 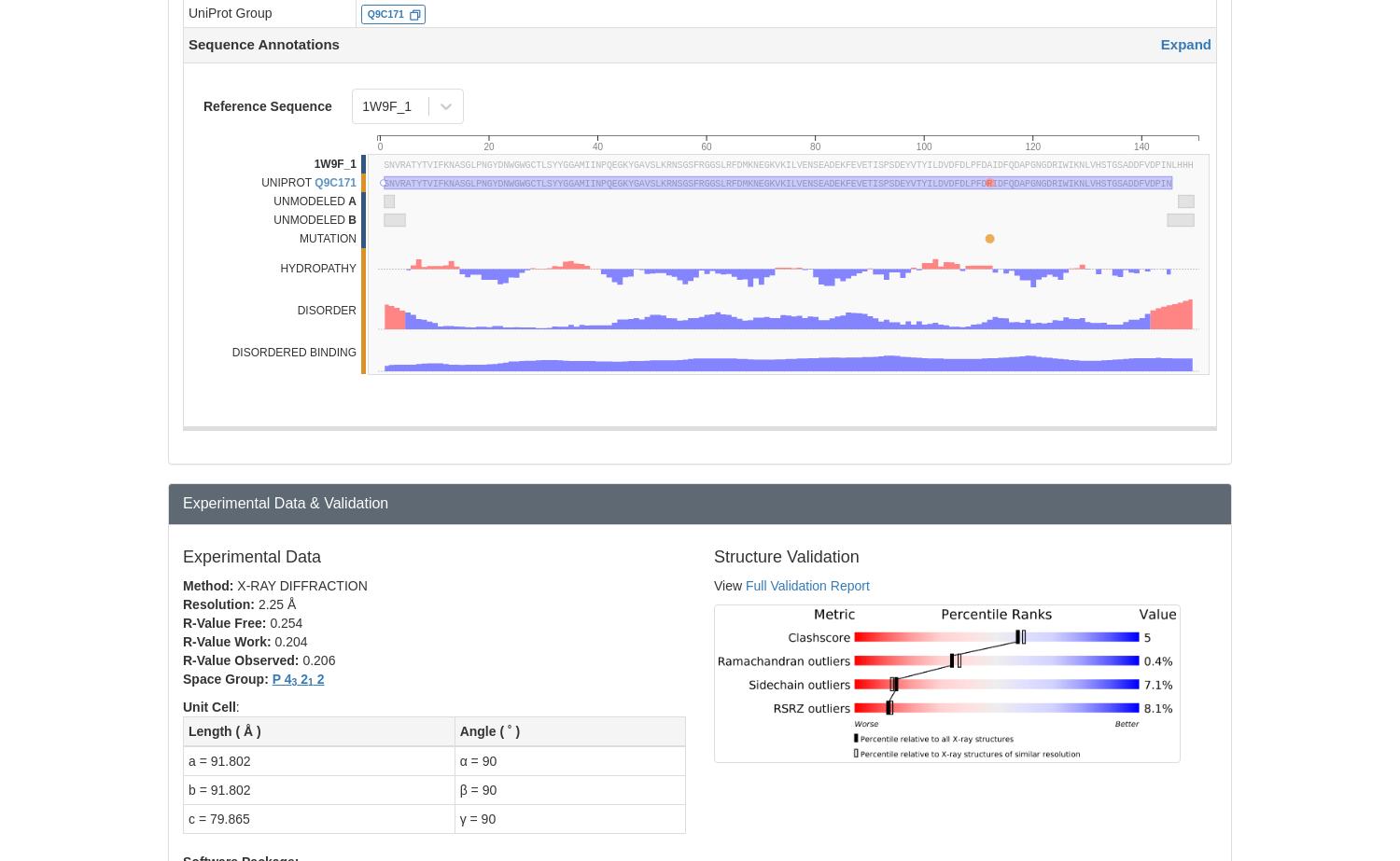 I want to click on 'Expand', so click(x=1185, y=44).